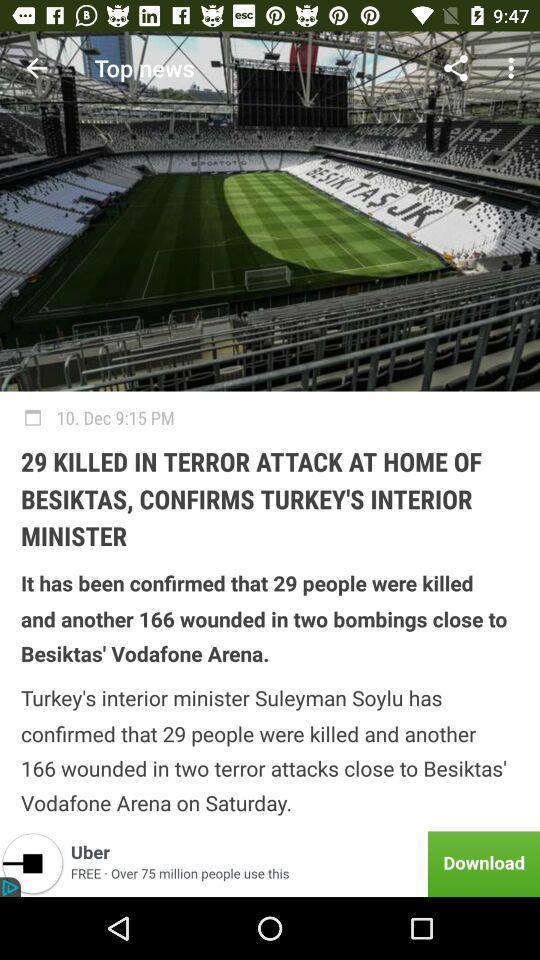 The height and width of the screenshot is (960, 540). I want to click on the item above 10 dec 9, so click(513, 68).